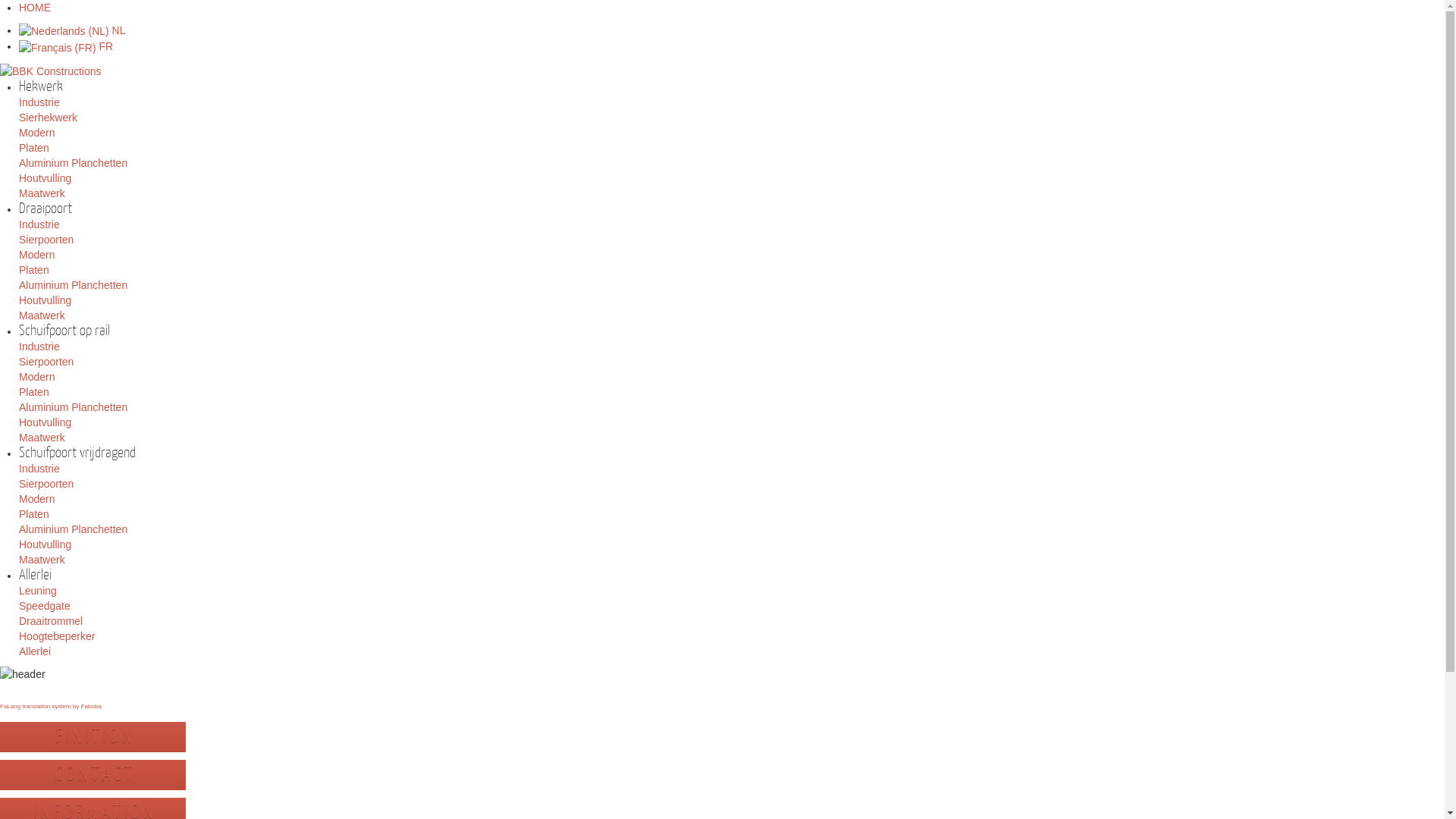 Image resolution: width=1456 pixels, height=819 pixels. I want to click on 'NL', so click(71, 30).